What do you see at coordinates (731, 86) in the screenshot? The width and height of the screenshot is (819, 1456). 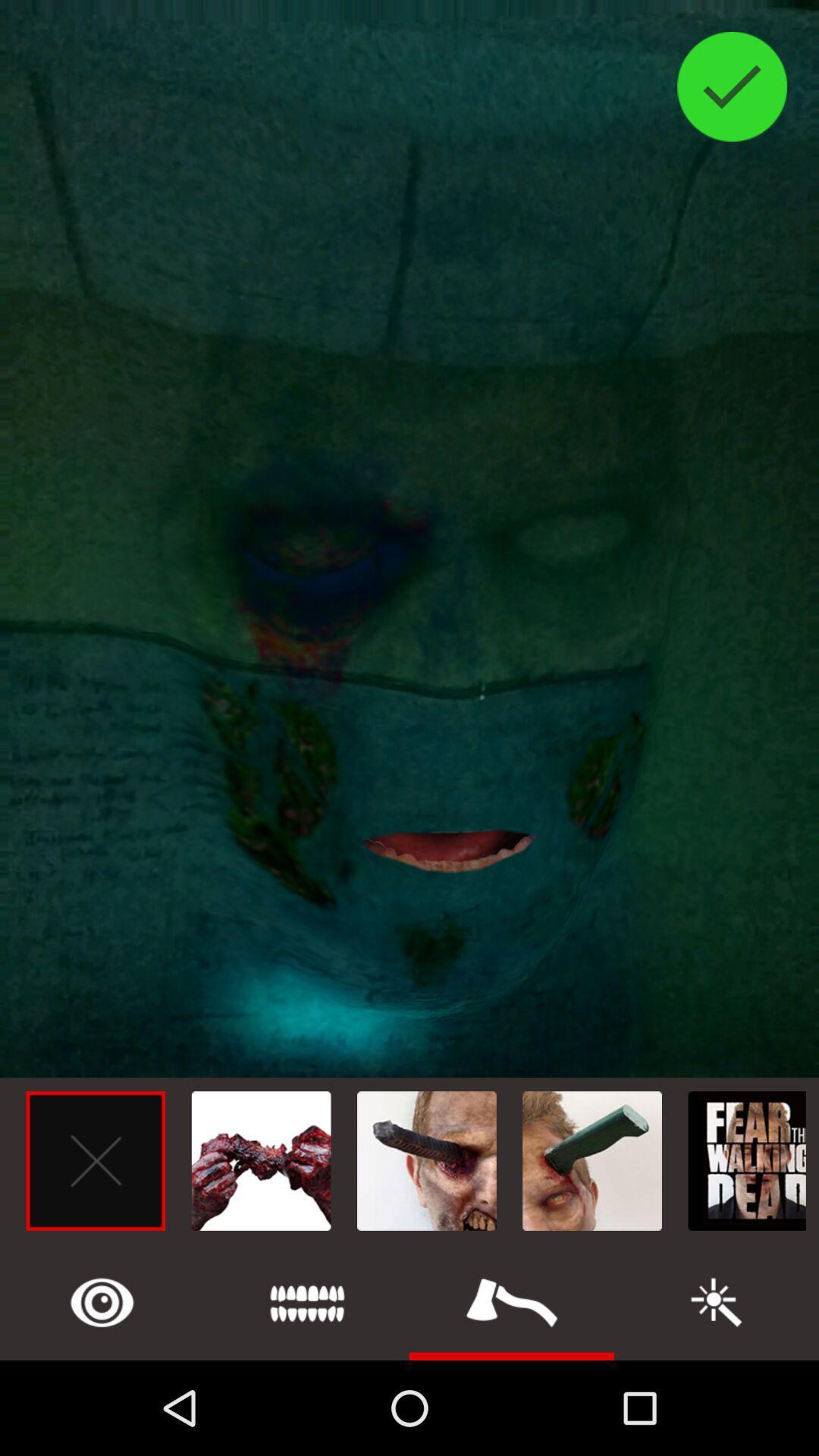 I see `the check icon` at bounding box center [731, 86].